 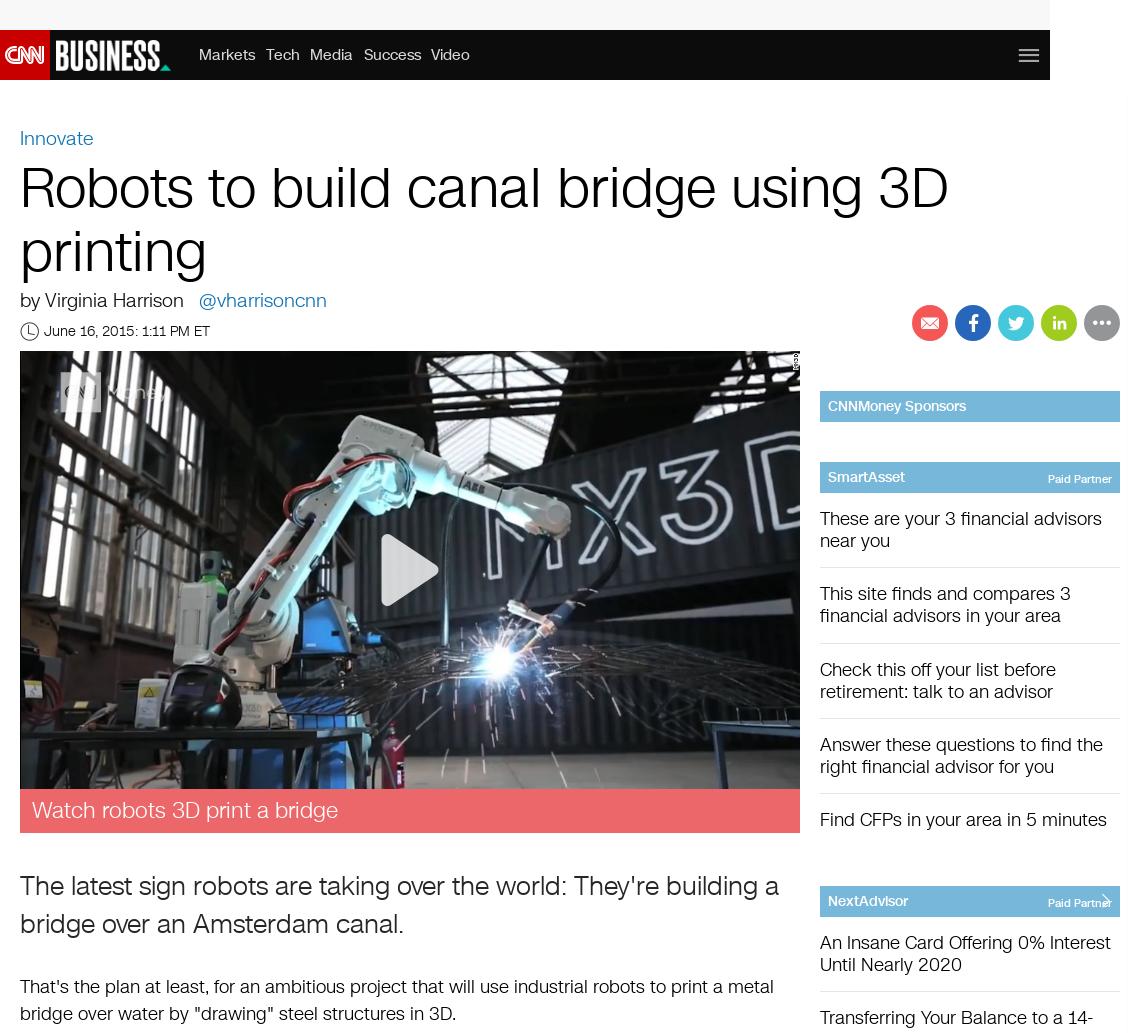 I want to click on 'That's the plan at least, for an ambitious project that will use industrial robots to print a metal bridge over water by "drawing" steel structures in 3D.', so click(x=395, y=999).